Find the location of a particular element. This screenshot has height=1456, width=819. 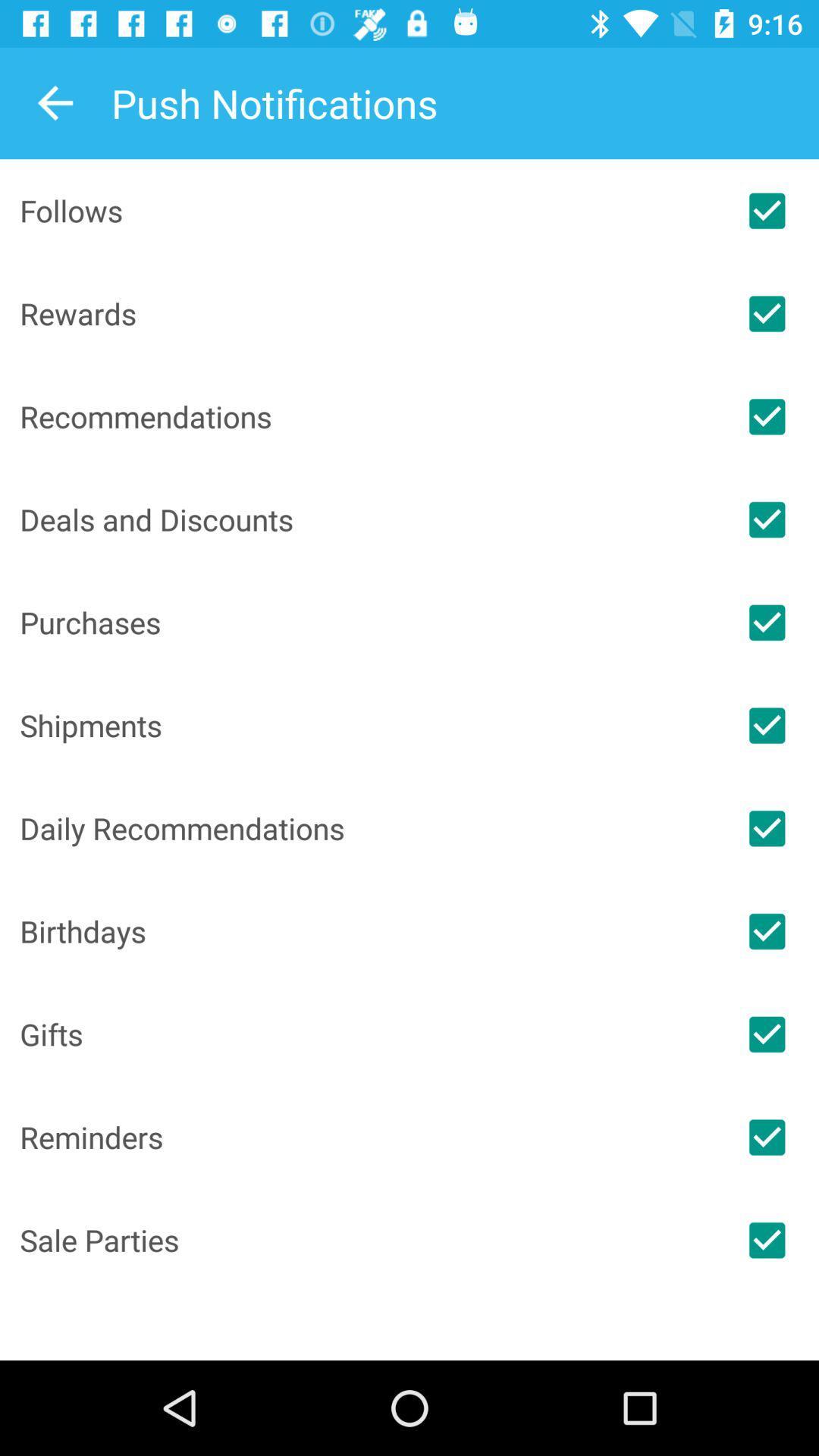

purchases icon is located at coordinates (367, 622).